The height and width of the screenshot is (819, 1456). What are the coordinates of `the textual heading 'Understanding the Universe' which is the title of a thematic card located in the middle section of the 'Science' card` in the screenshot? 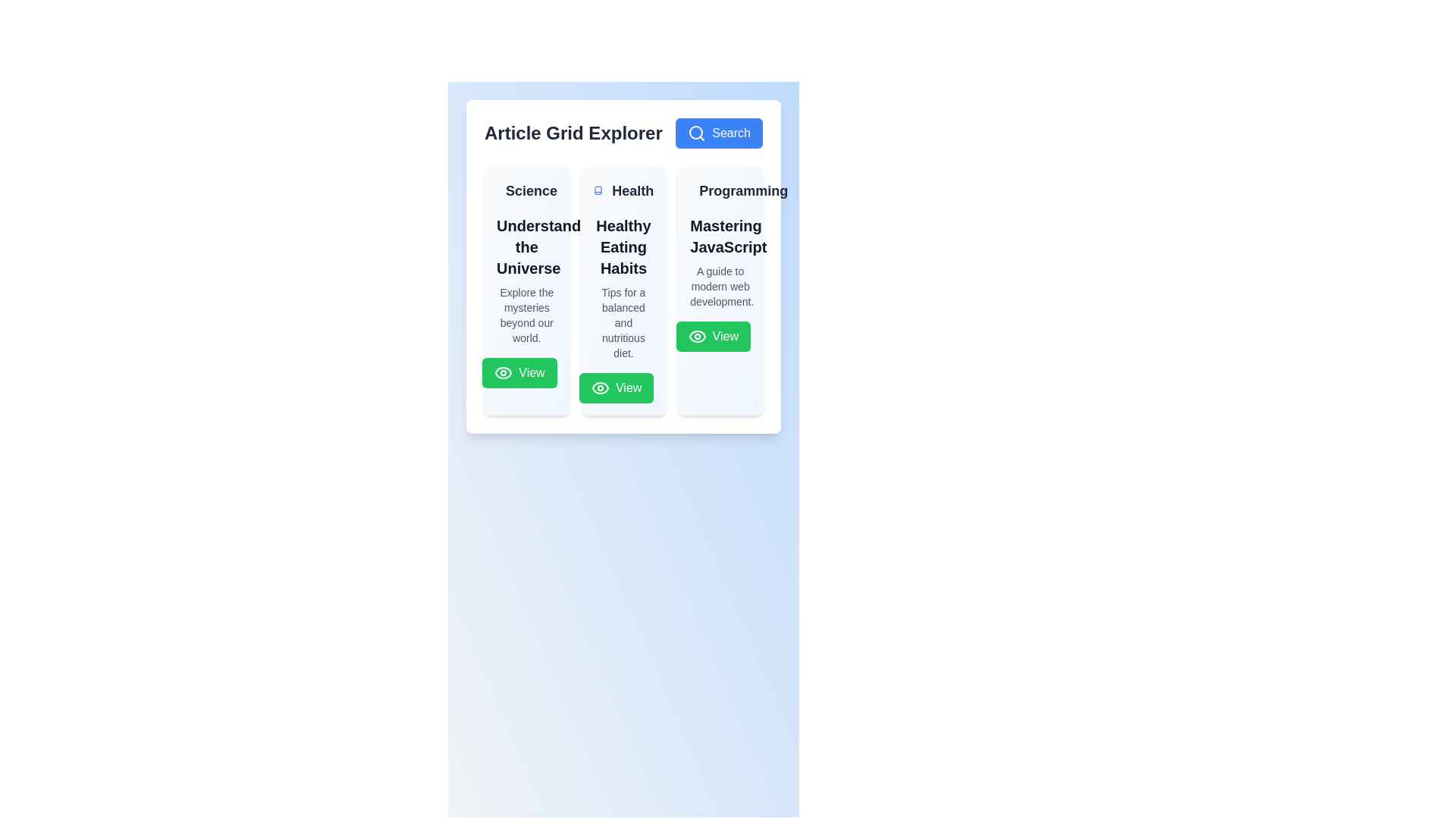 It's located at (526, 246).